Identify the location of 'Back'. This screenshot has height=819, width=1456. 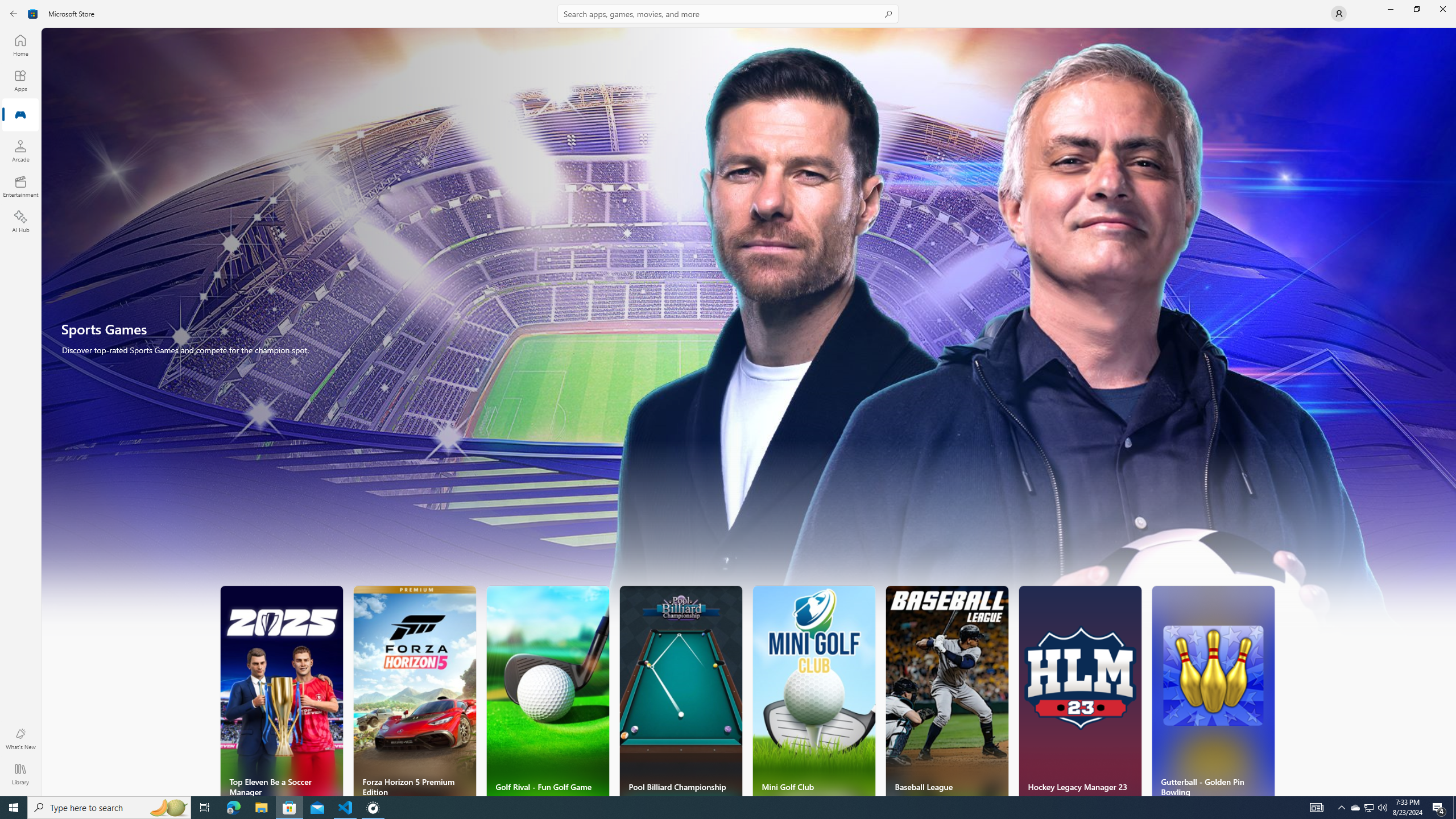
(14, 13).